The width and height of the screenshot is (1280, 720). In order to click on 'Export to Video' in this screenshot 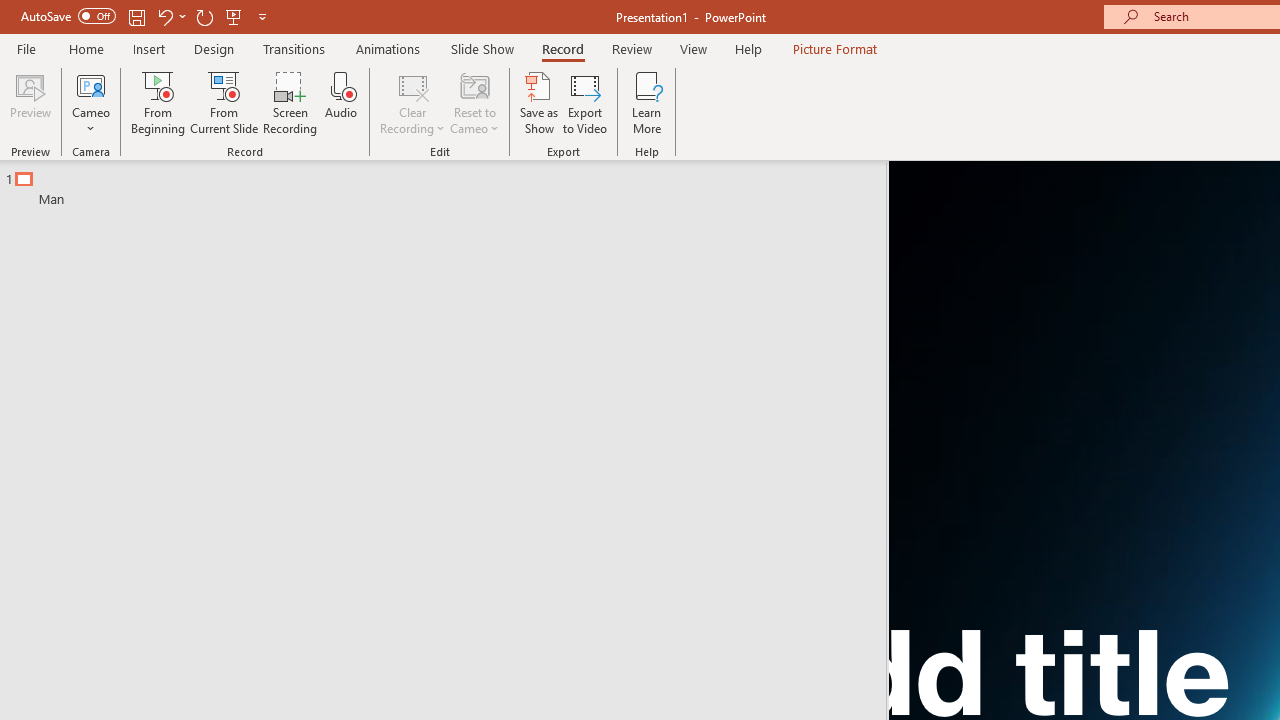, I will do `click(584, 103)`.